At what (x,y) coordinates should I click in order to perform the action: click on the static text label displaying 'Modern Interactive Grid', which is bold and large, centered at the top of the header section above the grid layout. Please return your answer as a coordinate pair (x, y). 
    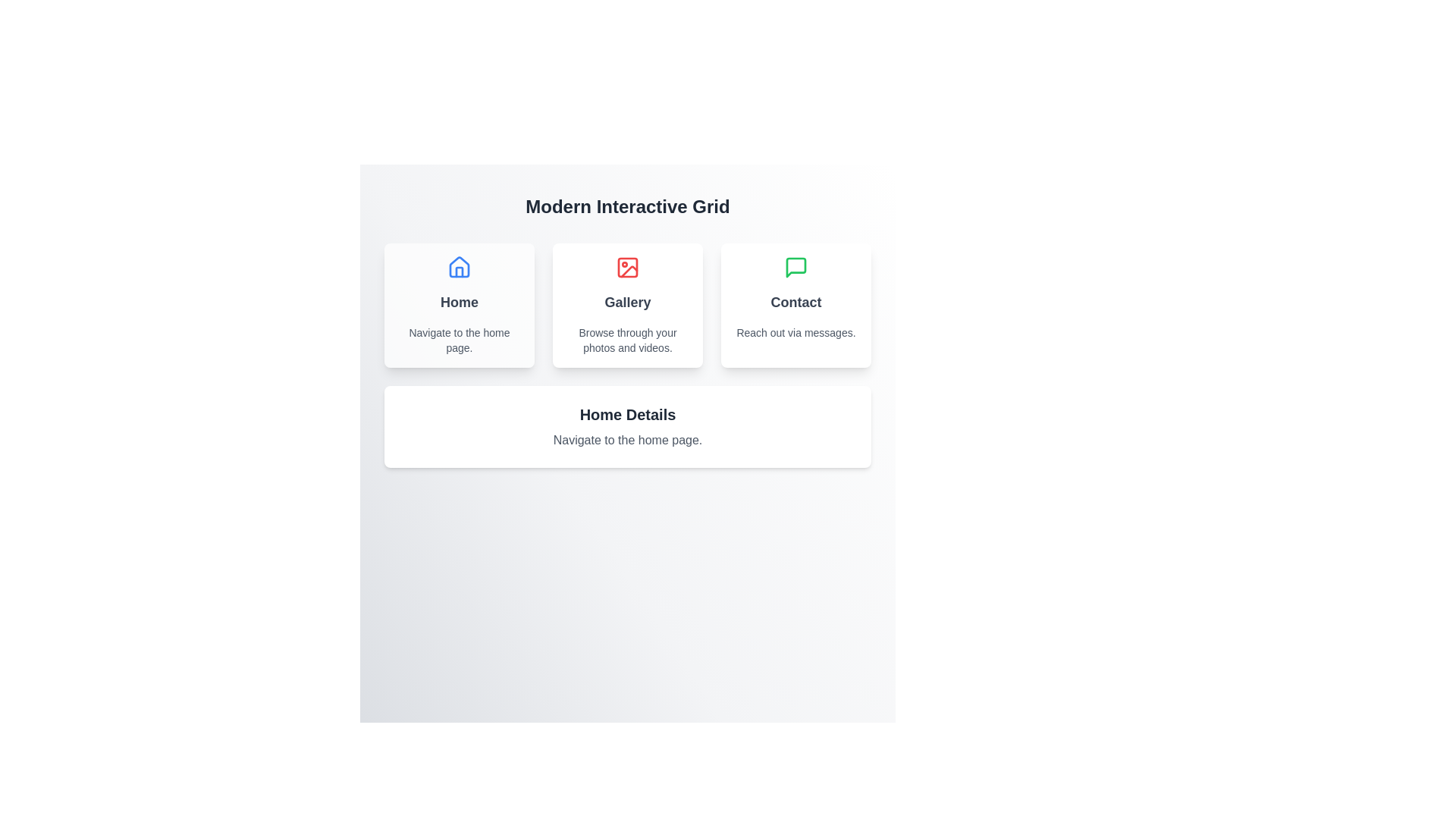
    Looking at the image, I should click on (628, 207).